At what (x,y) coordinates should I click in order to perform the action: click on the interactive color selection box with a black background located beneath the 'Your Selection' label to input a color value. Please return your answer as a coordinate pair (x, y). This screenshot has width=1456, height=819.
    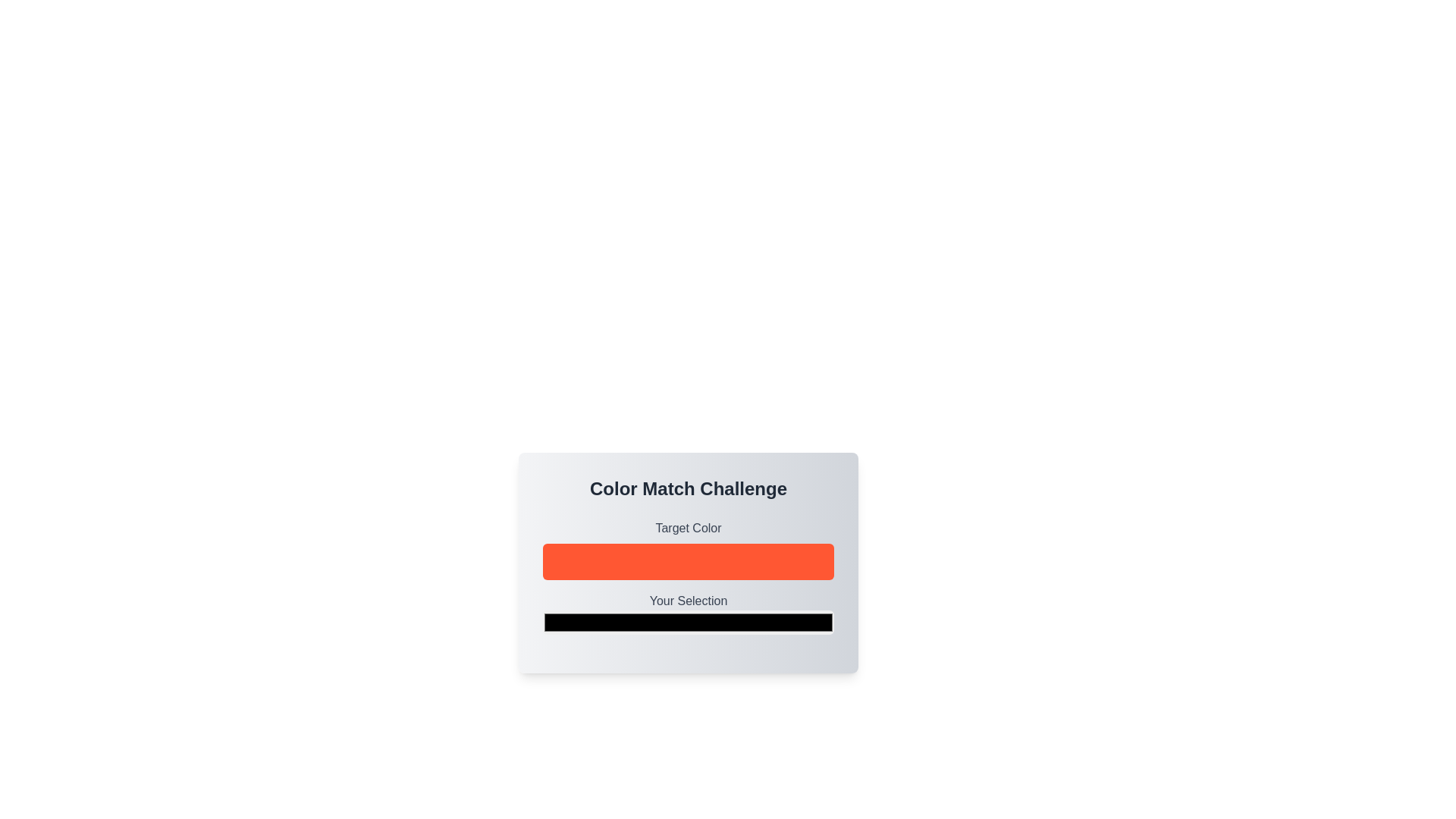
    Looking at the image, I should click on (687, 614).